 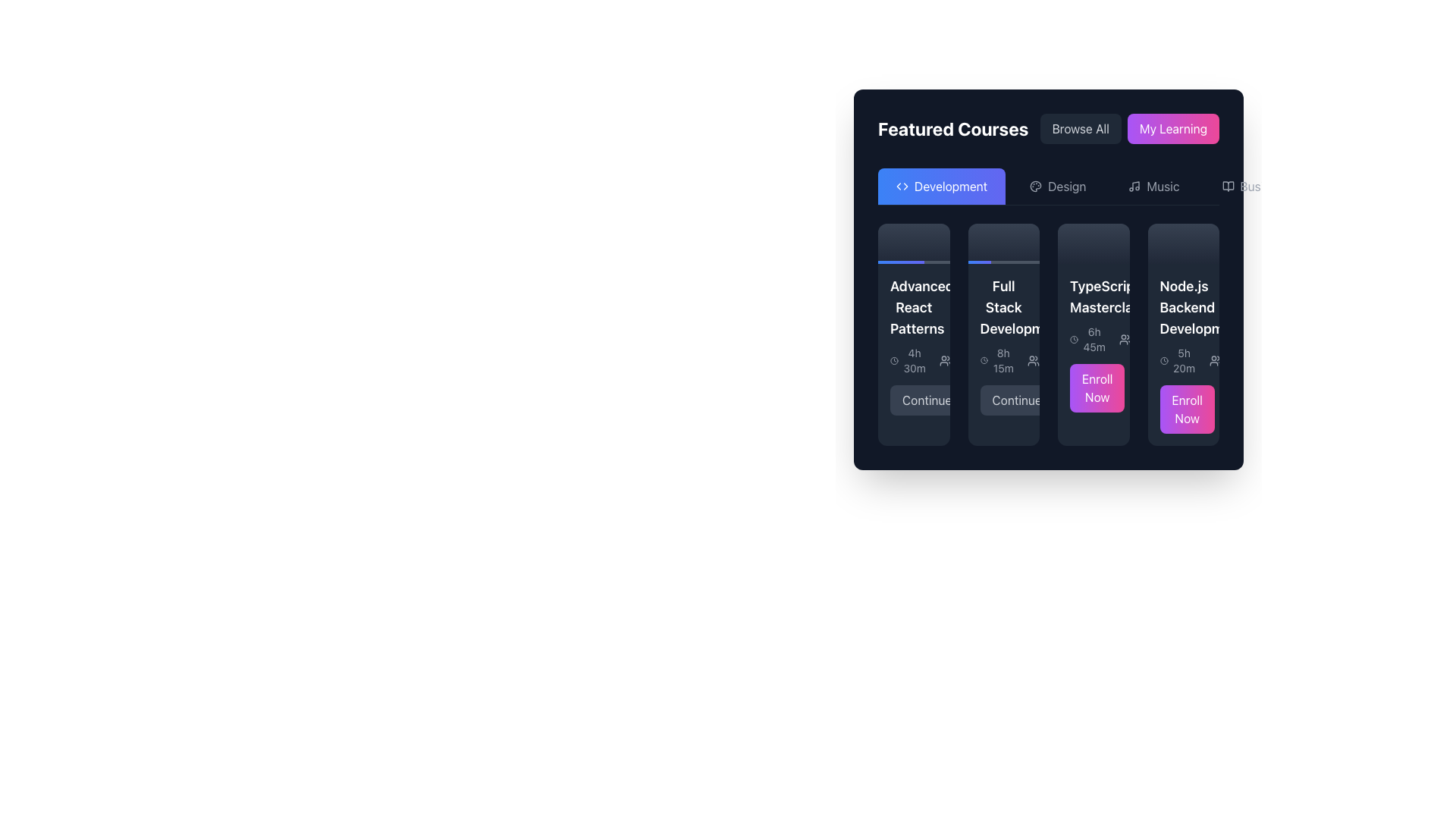 What do you see at coordinates (1182, 409) in the screenshot?
I see `the enrollment button for the 'Node.js Backend Development' course` at bounding box center [1182, 409].